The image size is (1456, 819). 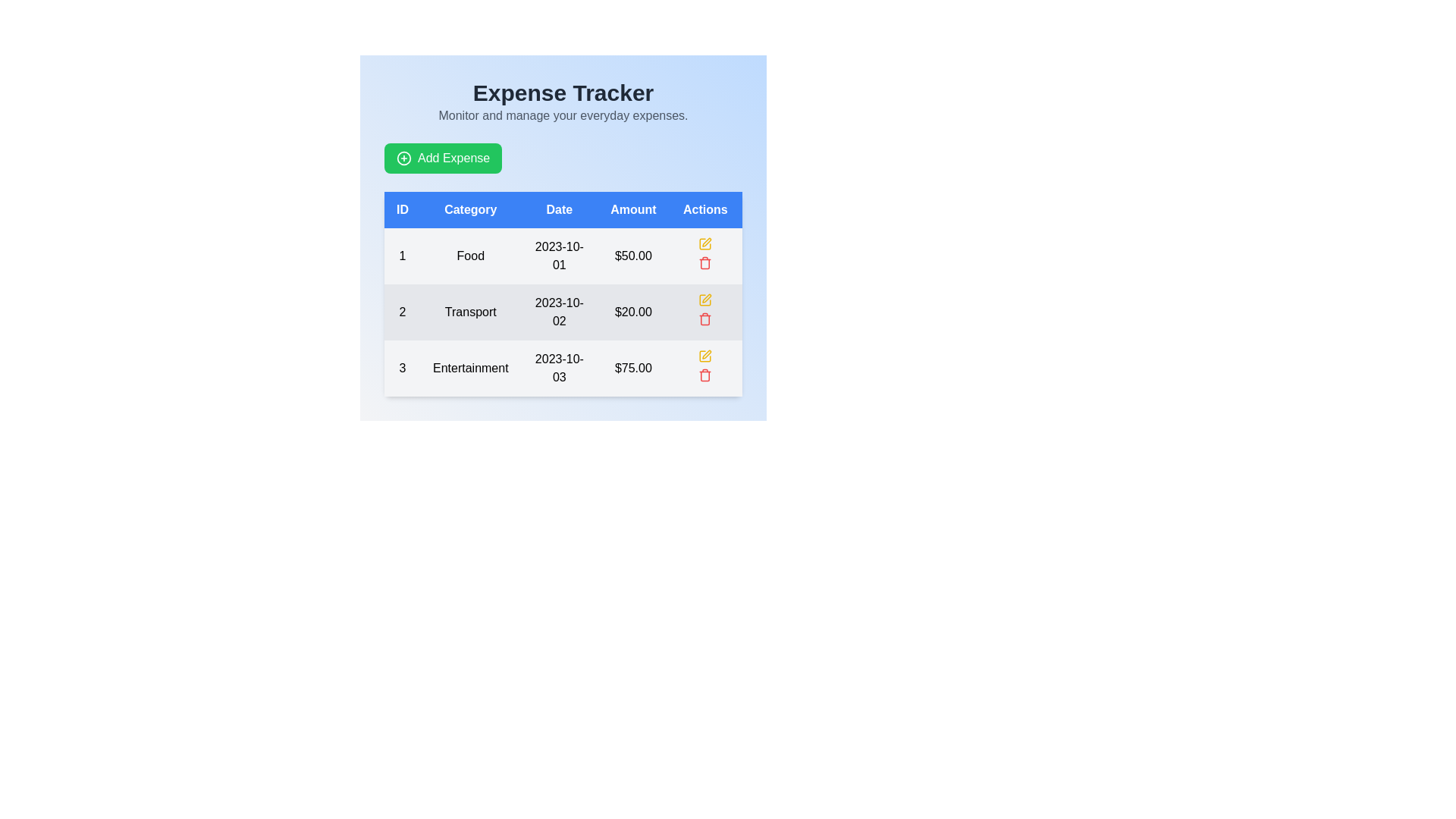 What do you see at coordinates (403, 158) in the screenshot?
I see `the circular green-themed icon with a plus sign located to the left of the 'Add Expense' button's text` at bounding box center [403, 158].